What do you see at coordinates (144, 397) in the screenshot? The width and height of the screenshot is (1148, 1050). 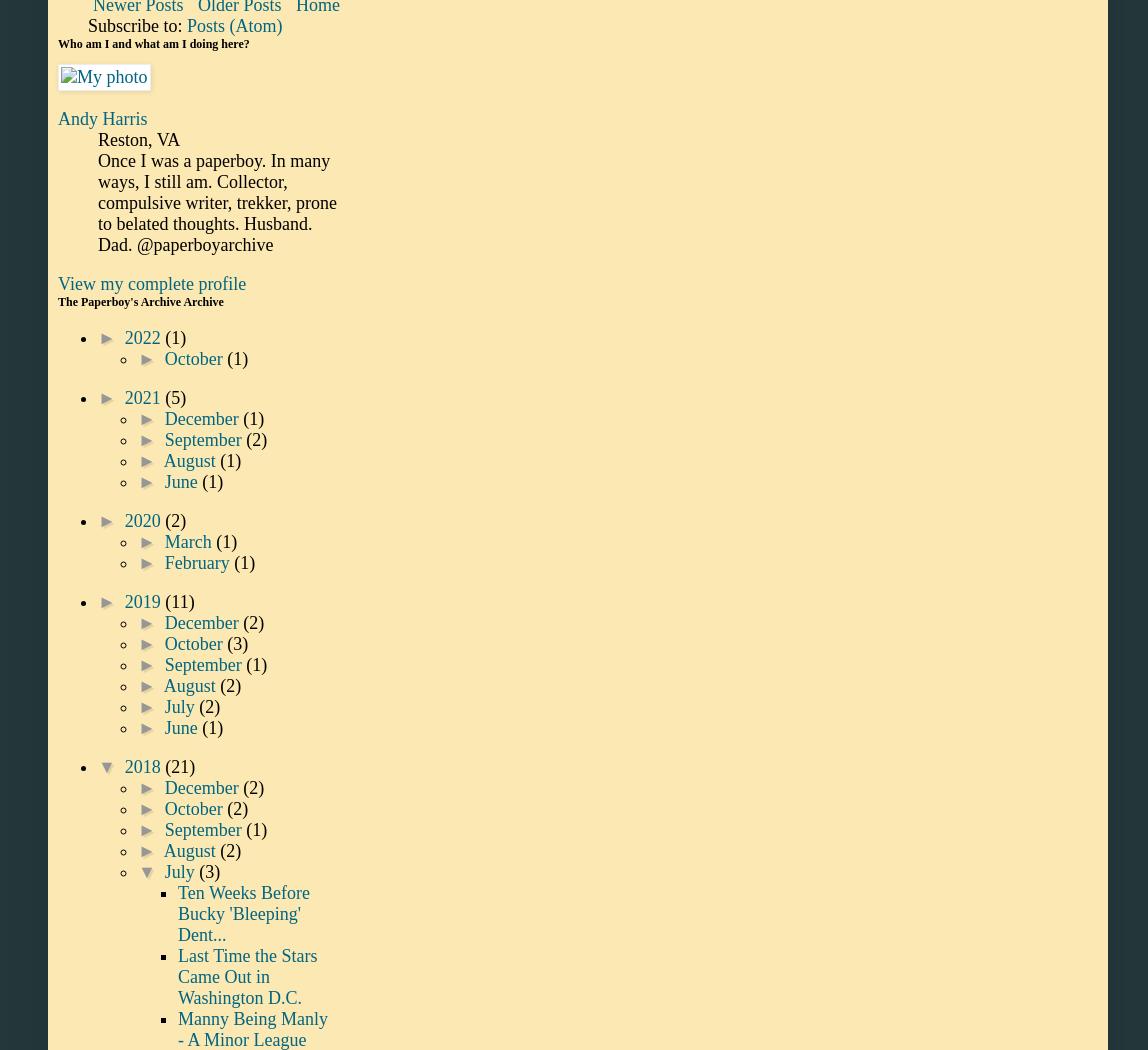 I see `'2021'` at bounding box center [144, 397].